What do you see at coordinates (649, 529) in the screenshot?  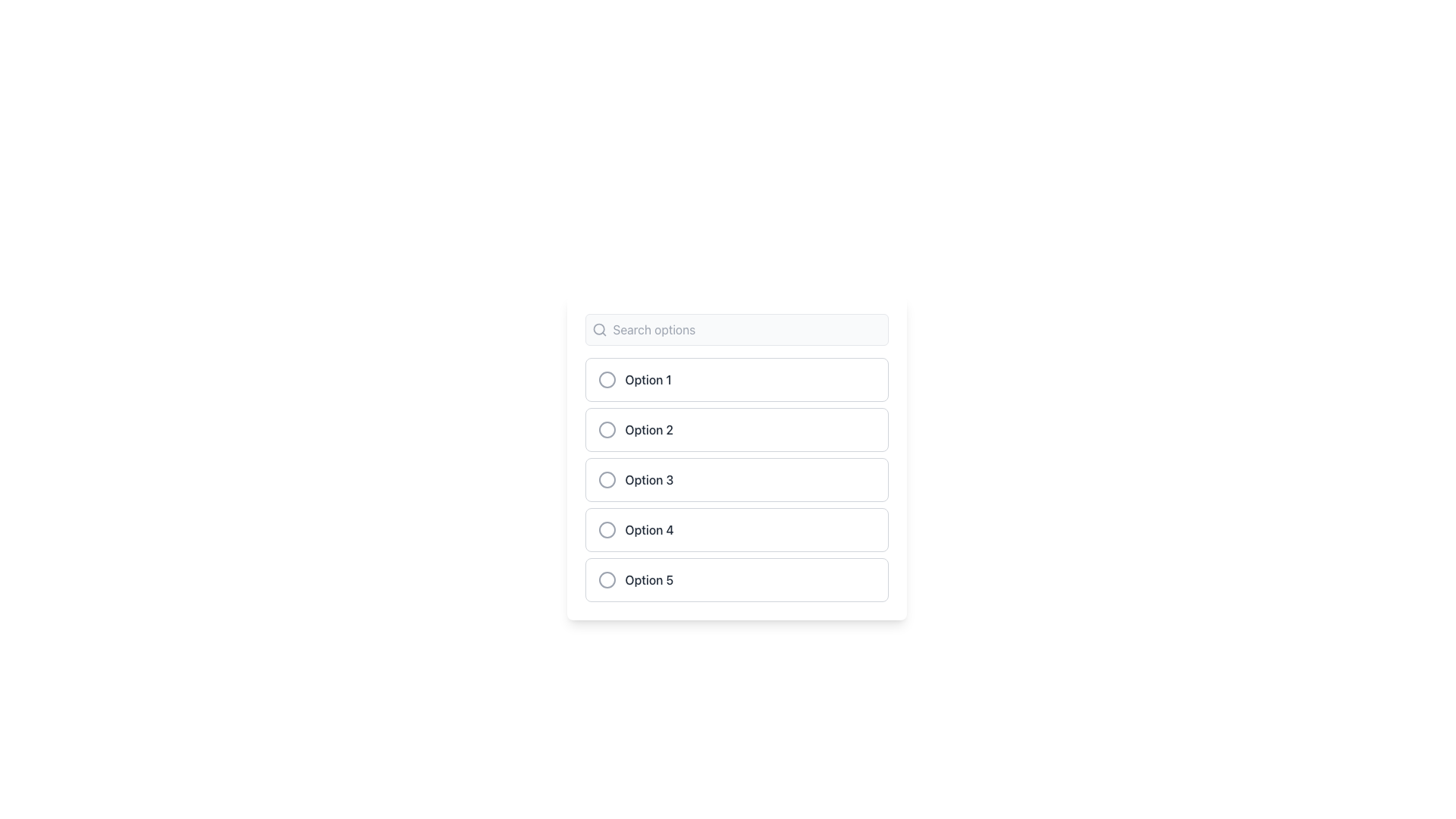 I see `the text label displaying 'Option 4' for interaction feedback` at bounding box center [649, 529].